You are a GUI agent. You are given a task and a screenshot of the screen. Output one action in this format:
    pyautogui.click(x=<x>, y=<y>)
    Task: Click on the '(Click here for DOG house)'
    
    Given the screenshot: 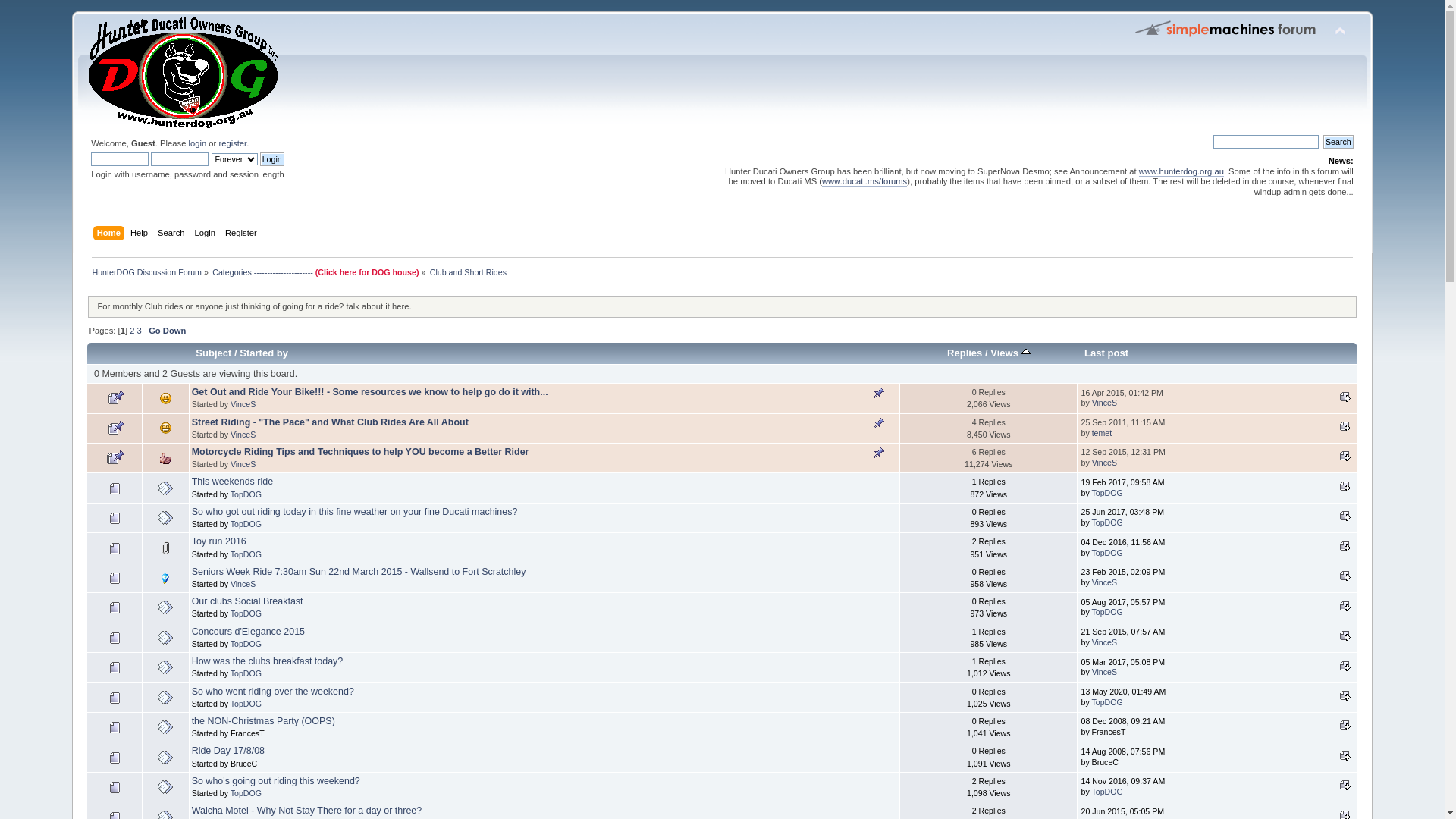 What is the action you would take?
    pyautogui.click(x=315, y=271)
    